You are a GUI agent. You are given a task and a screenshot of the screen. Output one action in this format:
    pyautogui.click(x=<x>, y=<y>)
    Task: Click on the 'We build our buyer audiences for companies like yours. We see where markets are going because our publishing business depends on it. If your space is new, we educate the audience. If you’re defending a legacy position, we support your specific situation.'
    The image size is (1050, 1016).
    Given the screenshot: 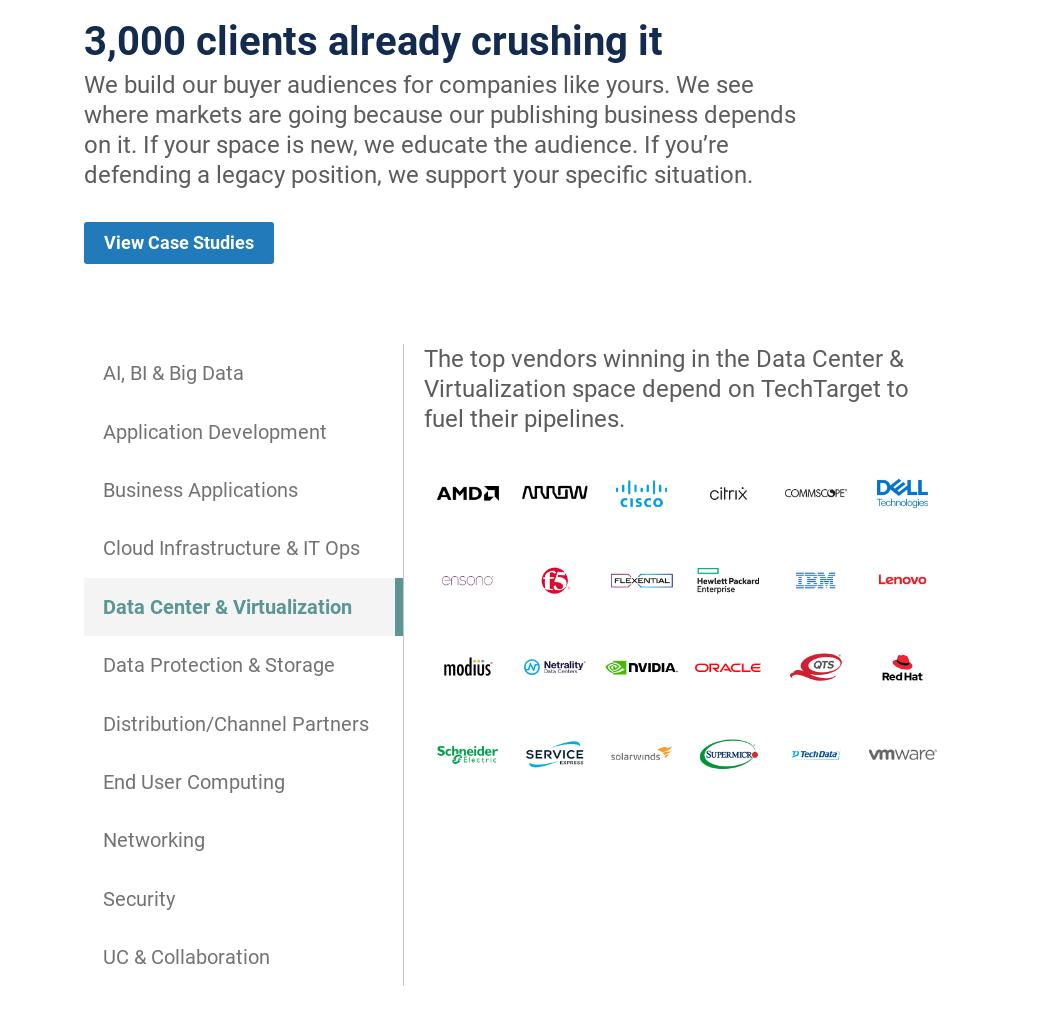 What is the action you would take?
    pyautogui.click(x=438, y=129)
    